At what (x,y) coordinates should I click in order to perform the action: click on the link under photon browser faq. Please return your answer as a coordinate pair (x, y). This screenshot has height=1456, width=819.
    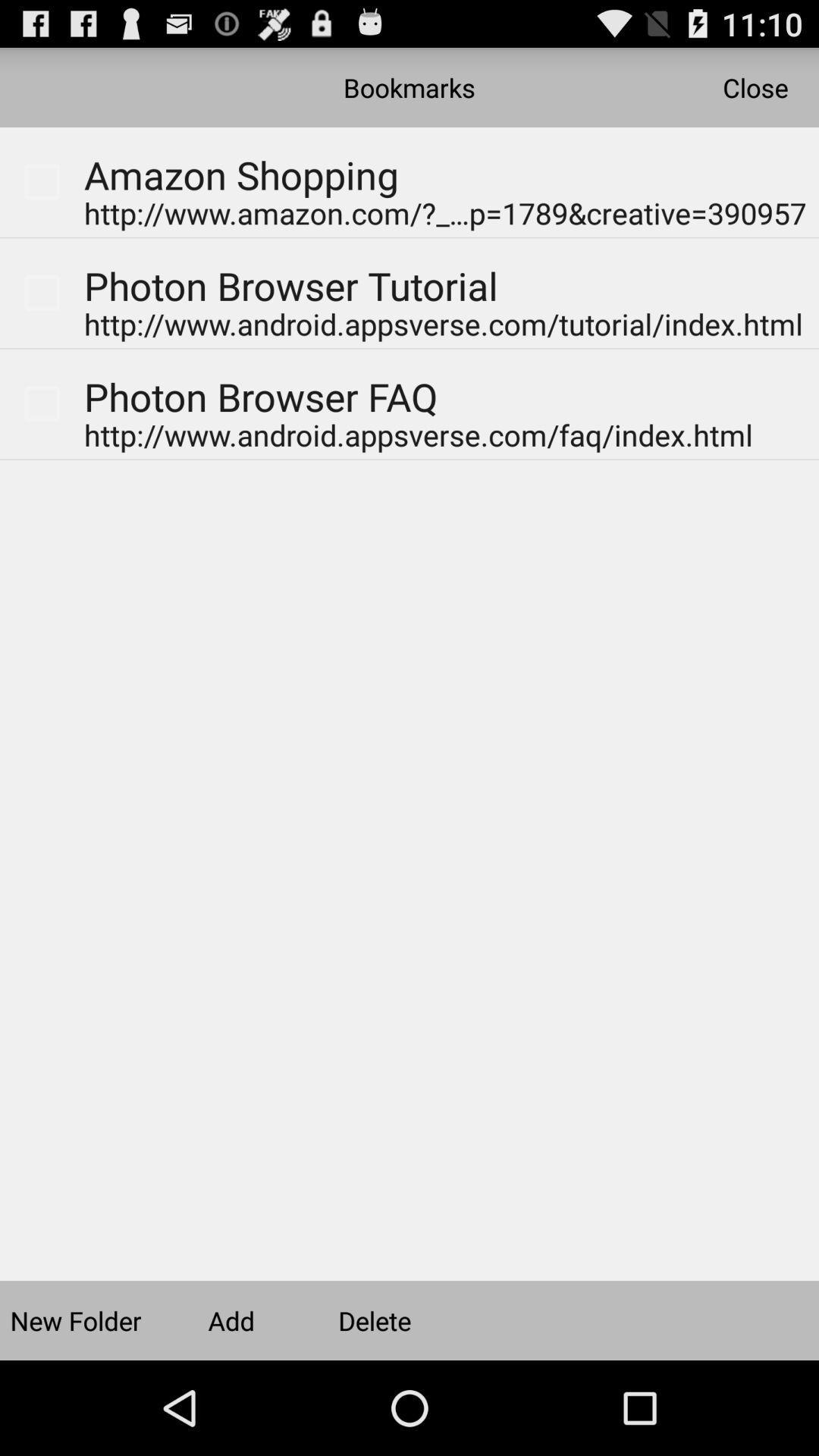
    Looking at the image, I should click on (418, 436).